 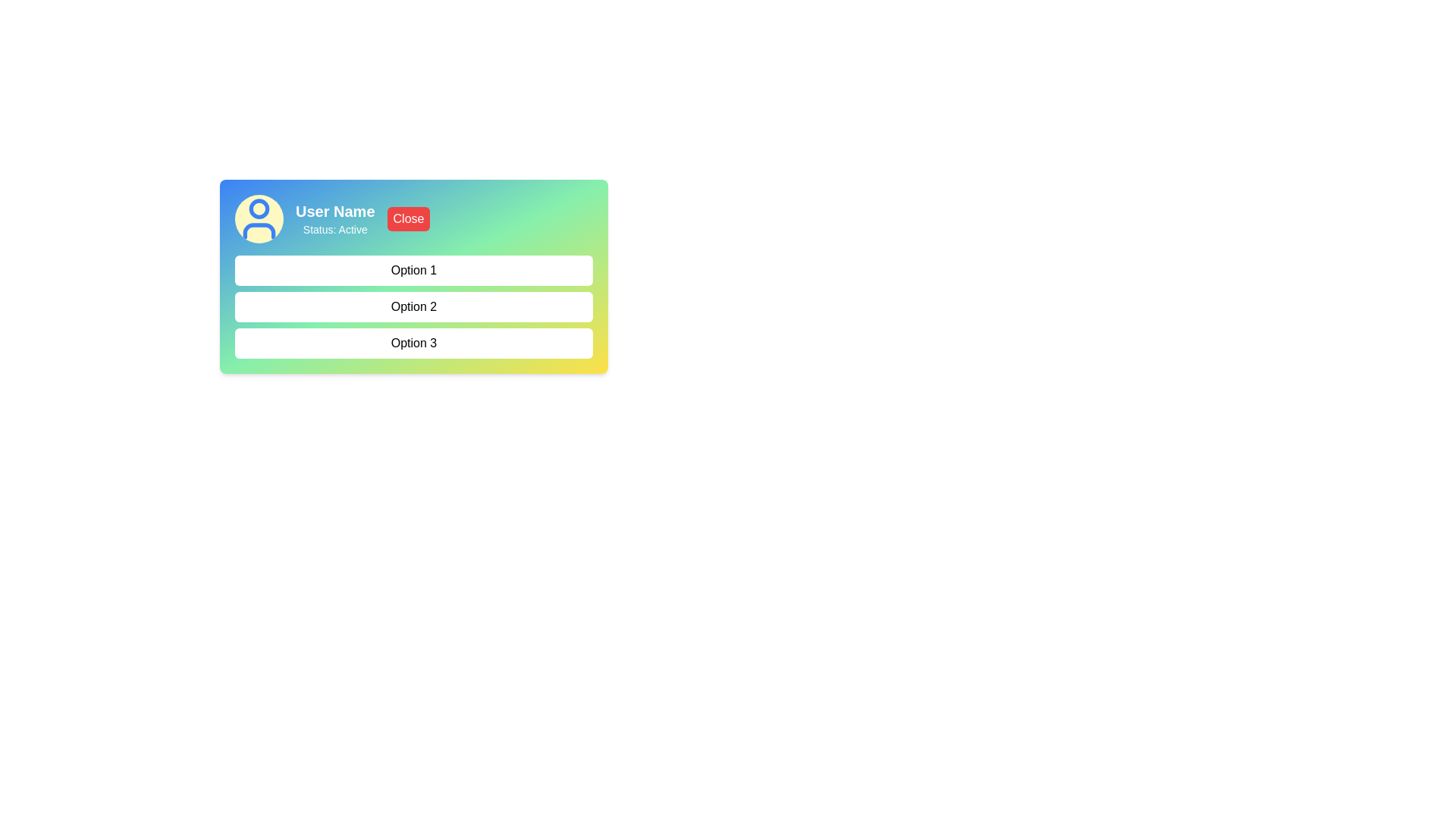 What do you see at coordinates (334, 211) in the screenshot?
I see `the user name label located at the top-left section of the card, positioned to the right of the user avatar icon and left of the red 'Close' button` at bounding box center [334, 211].